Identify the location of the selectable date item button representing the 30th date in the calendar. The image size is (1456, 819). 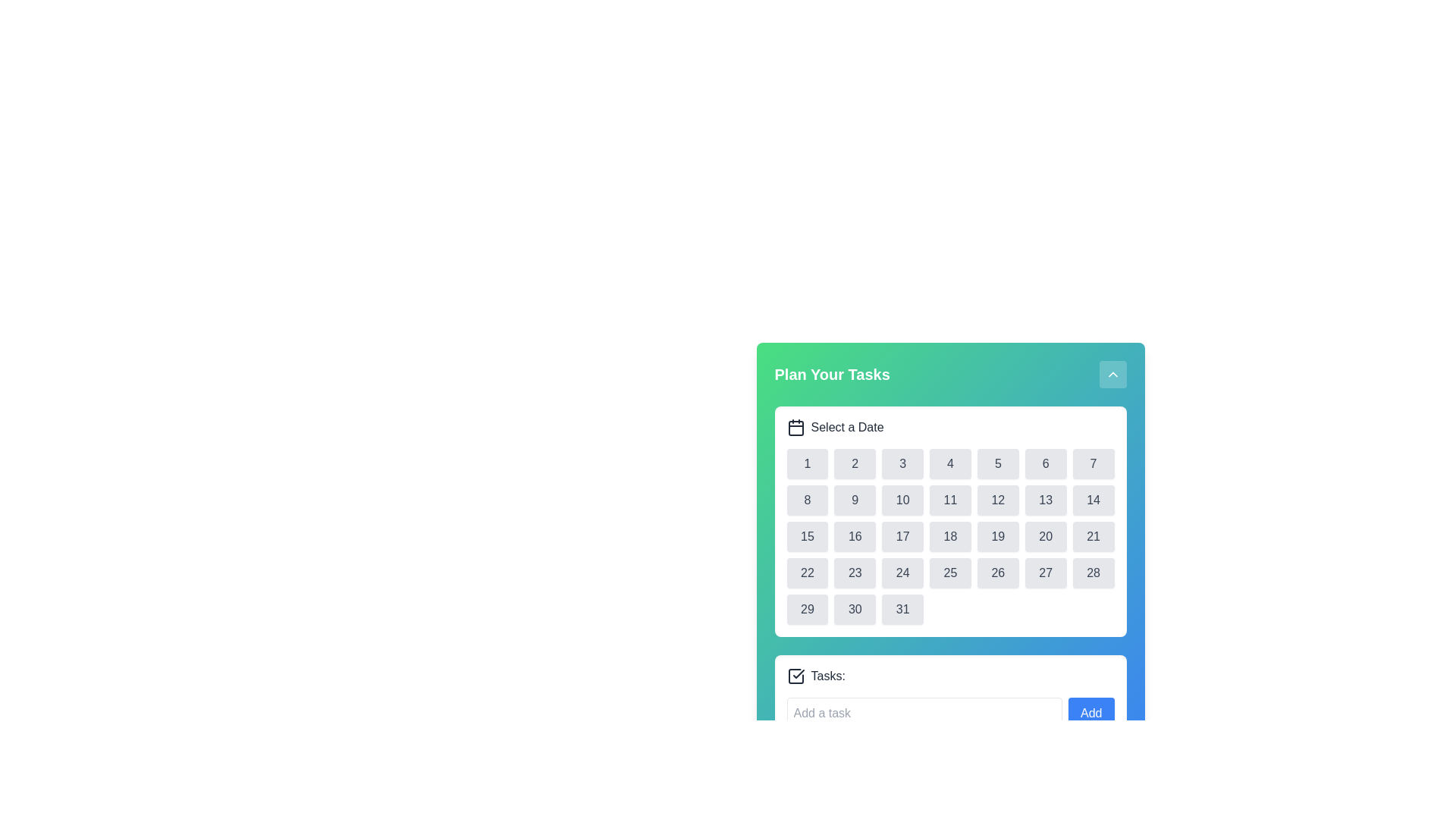
(855, 608).